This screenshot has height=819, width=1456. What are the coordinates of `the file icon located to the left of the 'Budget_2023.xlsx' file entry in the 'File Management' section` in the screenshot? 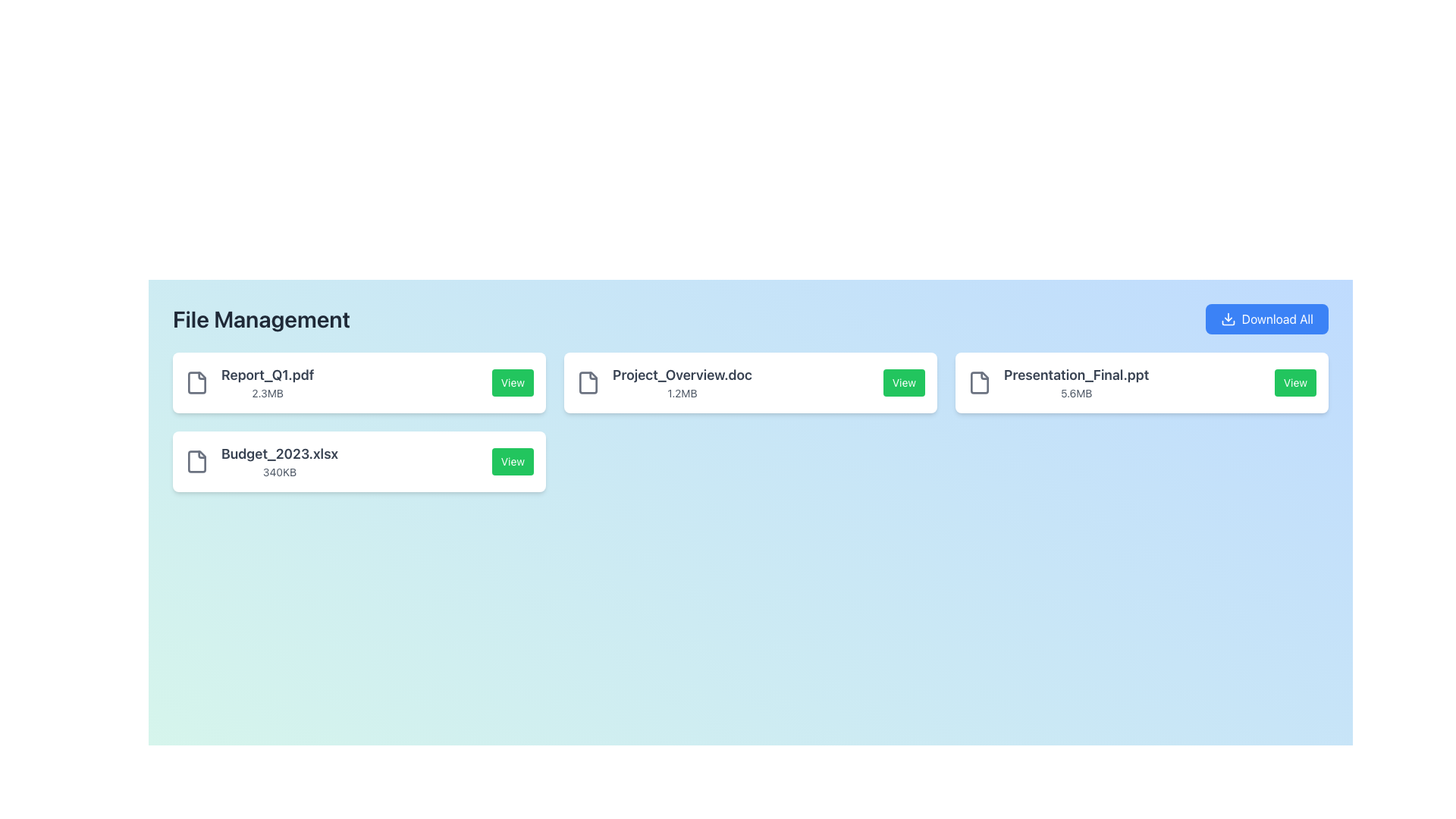 It's located at (196, 461).